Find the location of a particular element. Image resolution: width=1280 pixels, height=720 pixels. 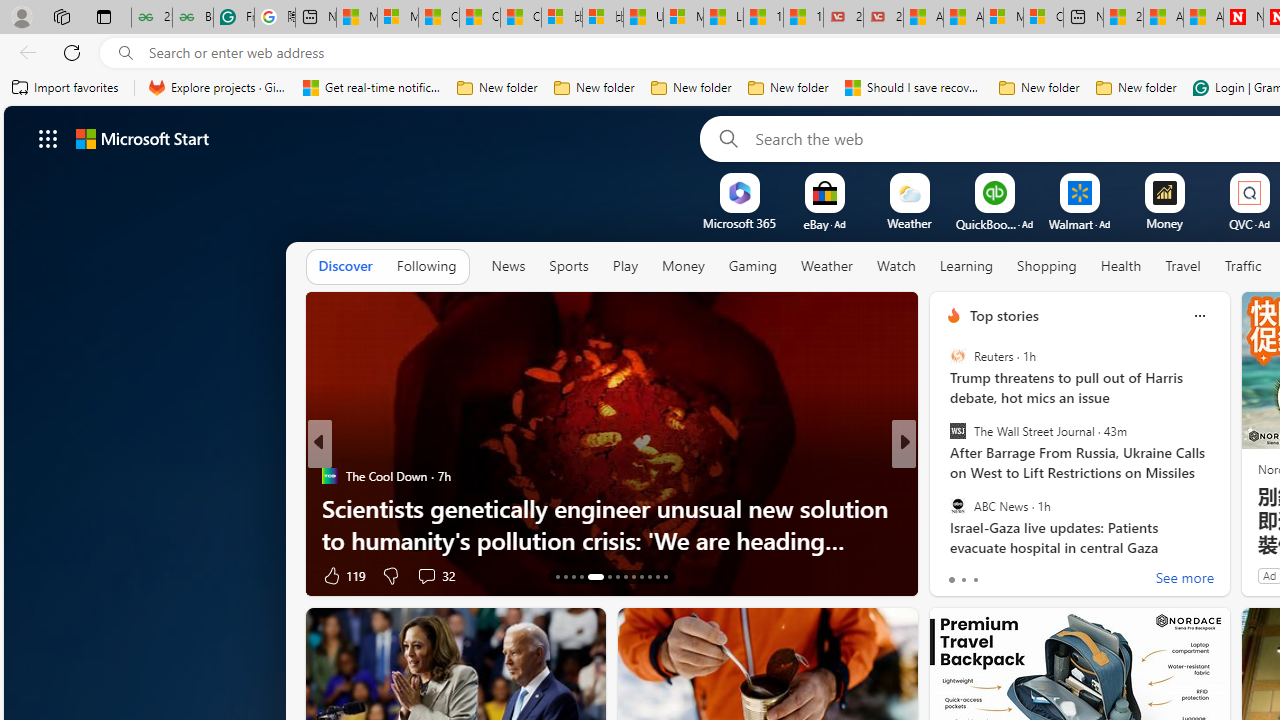

'AutomationID: tab-16' is located at coordinates (580, 577).